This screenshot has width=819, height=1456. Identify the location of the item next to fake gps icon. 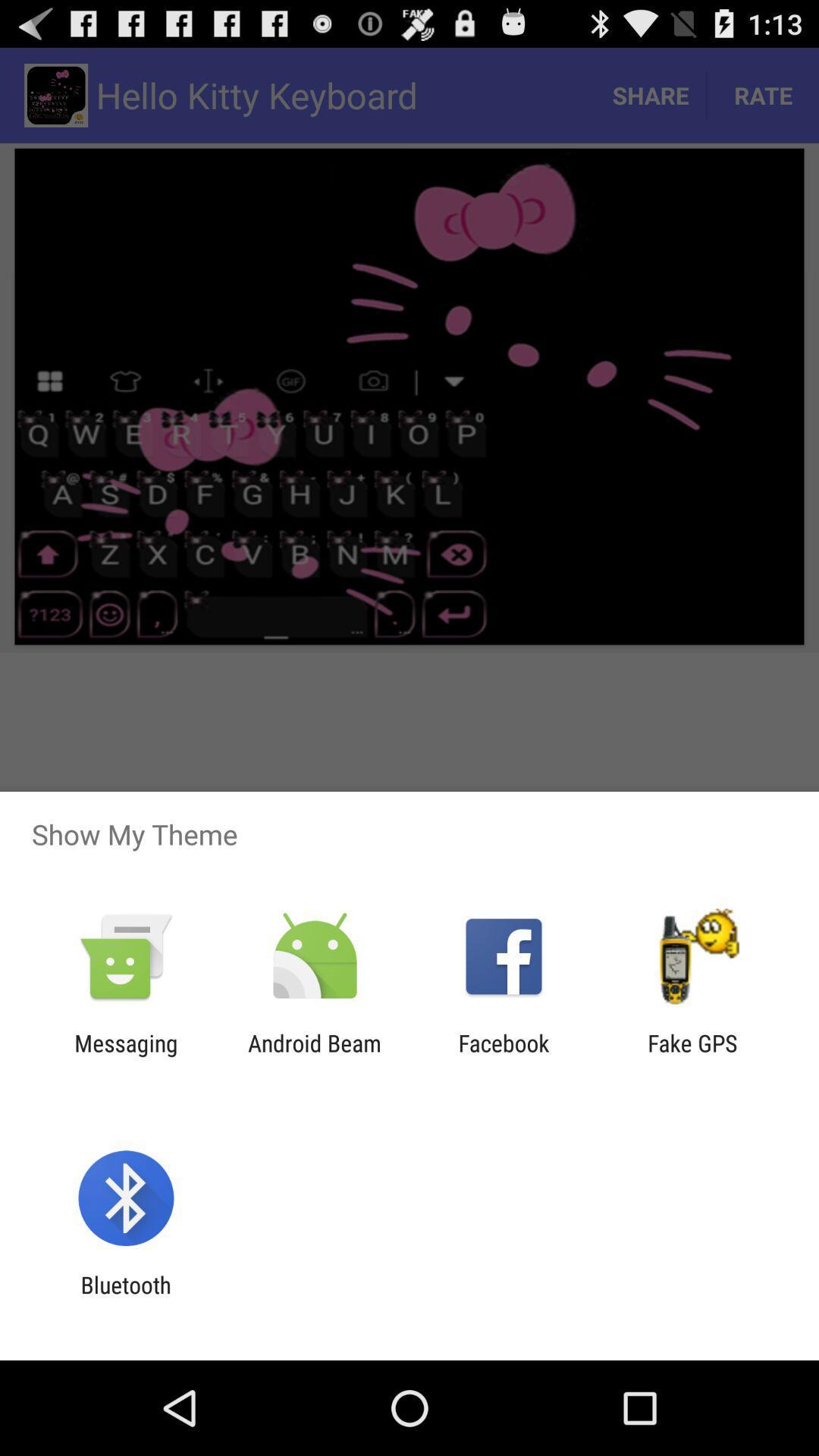
(504, 1056).